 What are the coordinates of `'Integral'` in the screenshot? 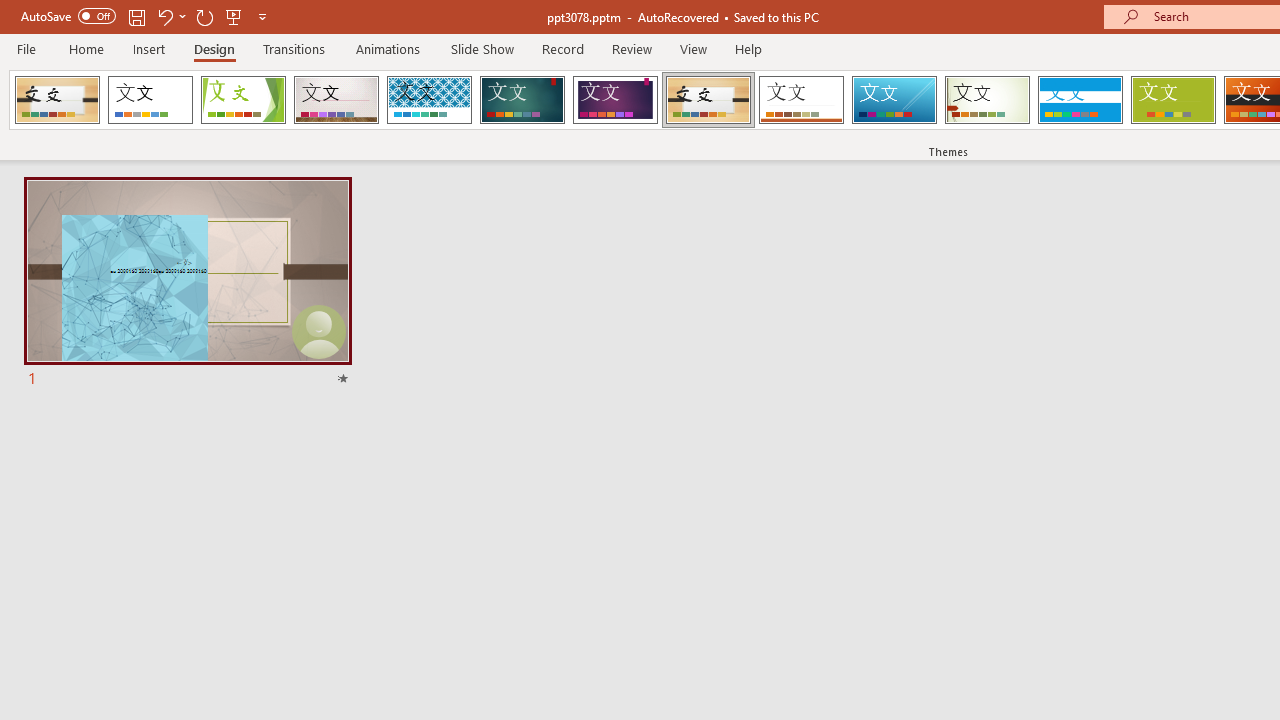 It's located at (428, 100).